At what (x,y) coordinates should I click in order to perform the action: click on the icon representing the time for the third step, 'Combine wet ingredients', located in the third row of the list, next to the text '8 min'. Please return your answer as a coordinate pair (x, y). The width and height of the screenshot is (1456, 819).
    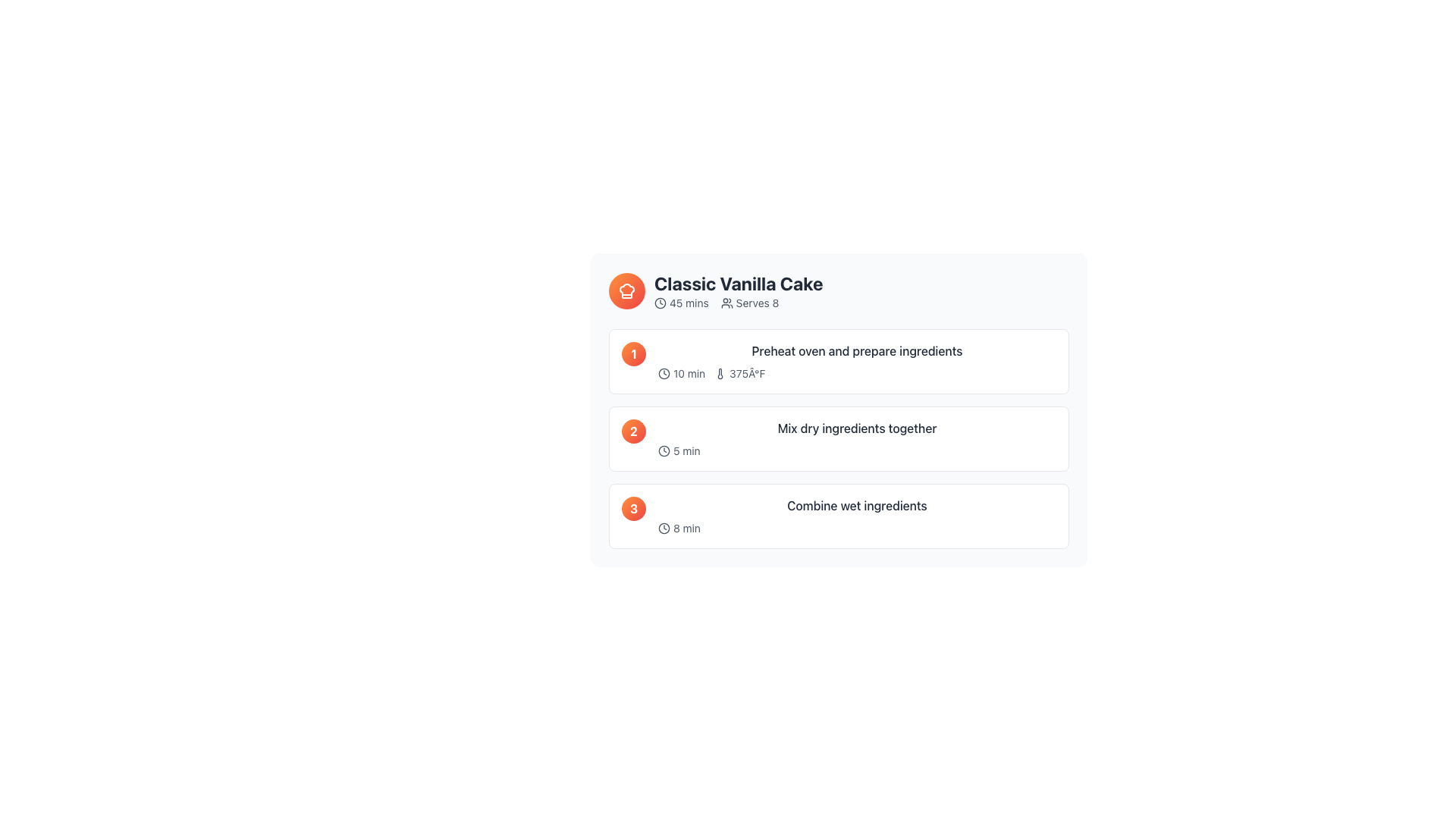
    Looking at the image, I should click on (664, 528).